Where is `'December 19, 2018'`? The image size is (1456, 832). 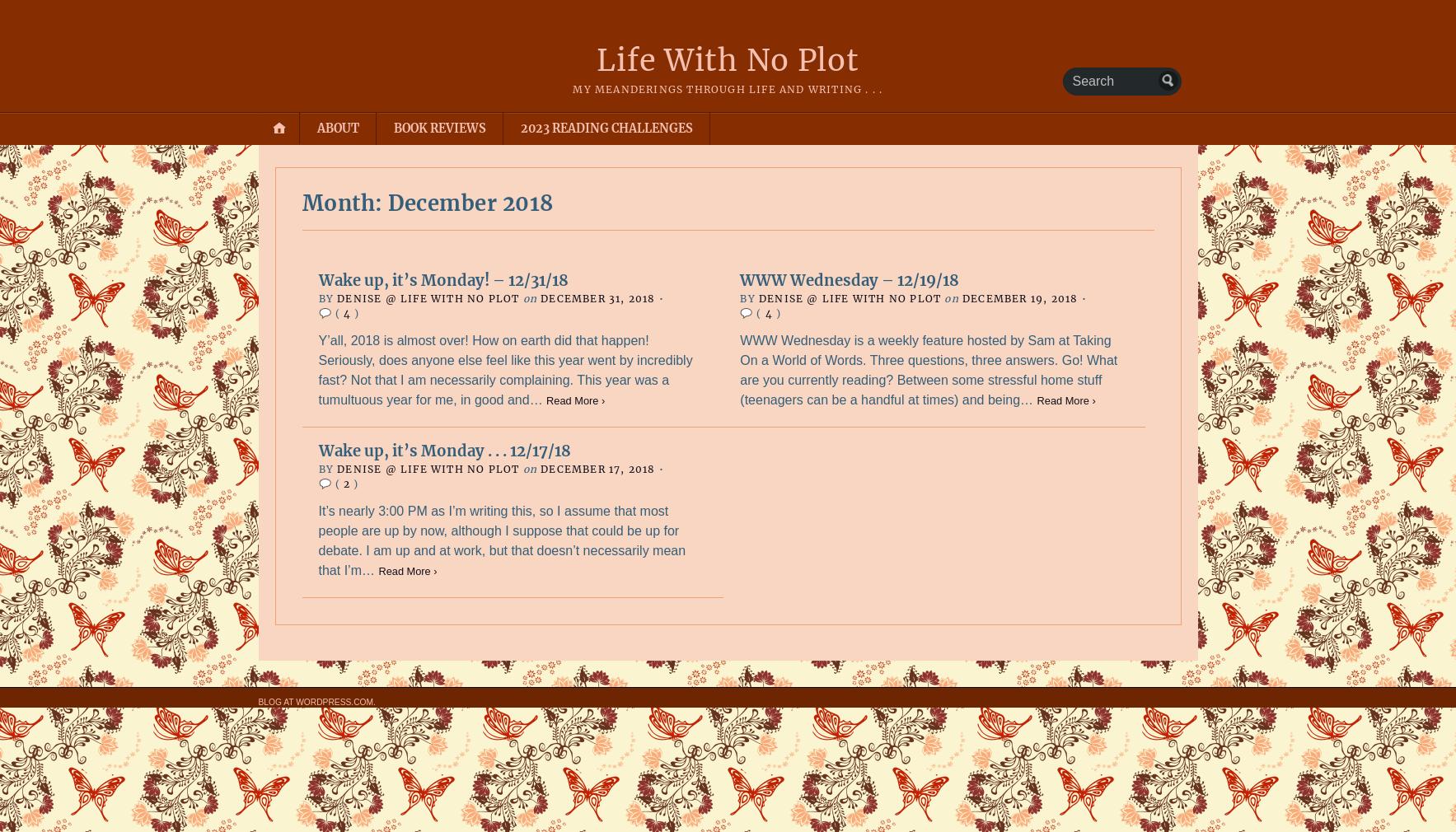
'December 19, 2018' is located at coordinates (961, 297).